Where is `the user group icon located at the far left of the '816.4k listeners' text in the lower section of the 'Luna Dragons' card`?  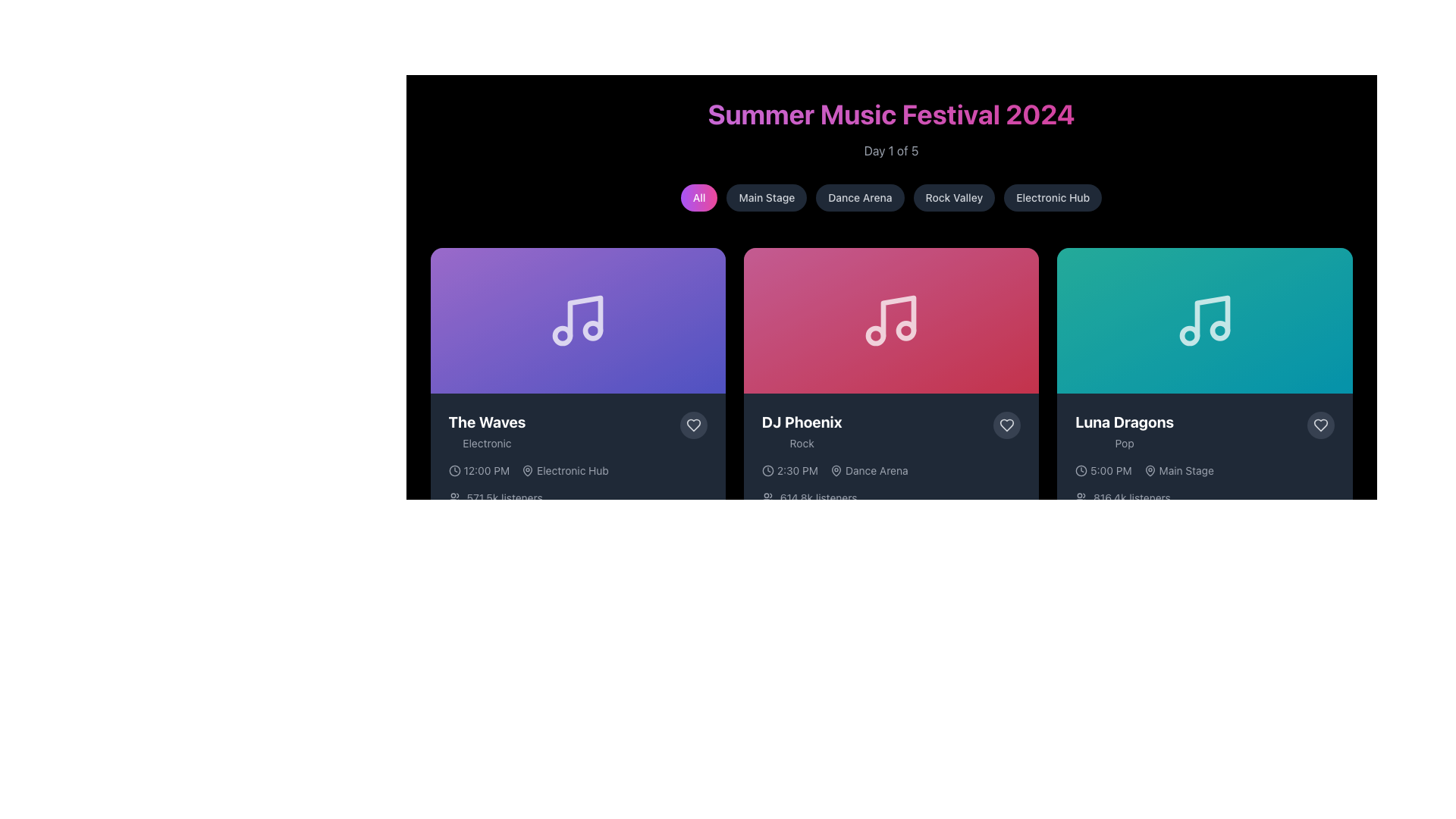 the user group icon located at the far left of the '816.4k listeners' text in the lower section of the 'Luna Dragons' card is located at coordinates (1081, 497).